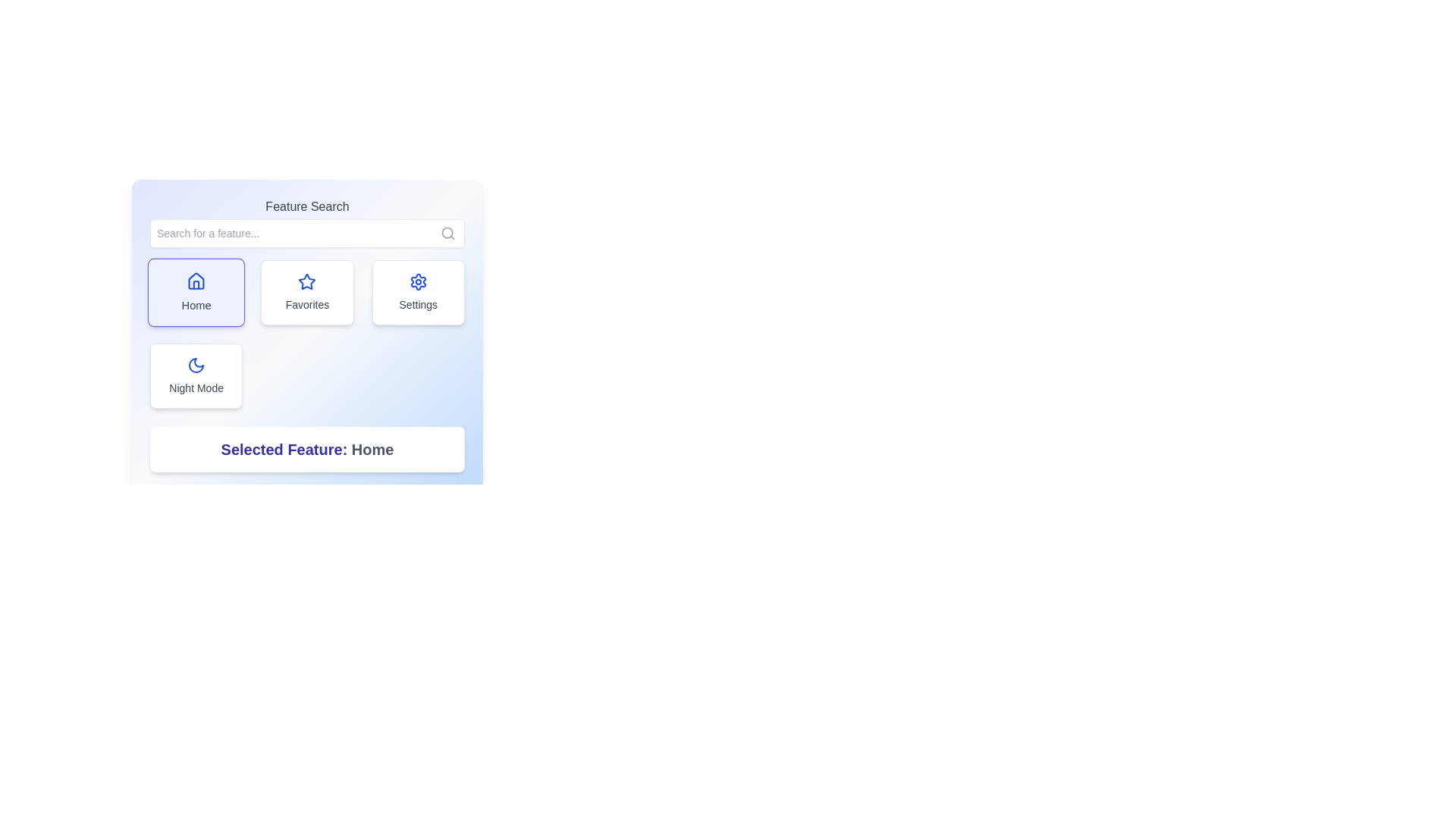 This screenshot has width=1456, height=819. Describe the element at coordinates (418, 304) in the screenshot. I see `the 'Settings' text label, which is styled in a small font size and medium weight with a gray color, located below the gear icon in the 'Settings' card positioned in the top right corner of the interface` at that location.